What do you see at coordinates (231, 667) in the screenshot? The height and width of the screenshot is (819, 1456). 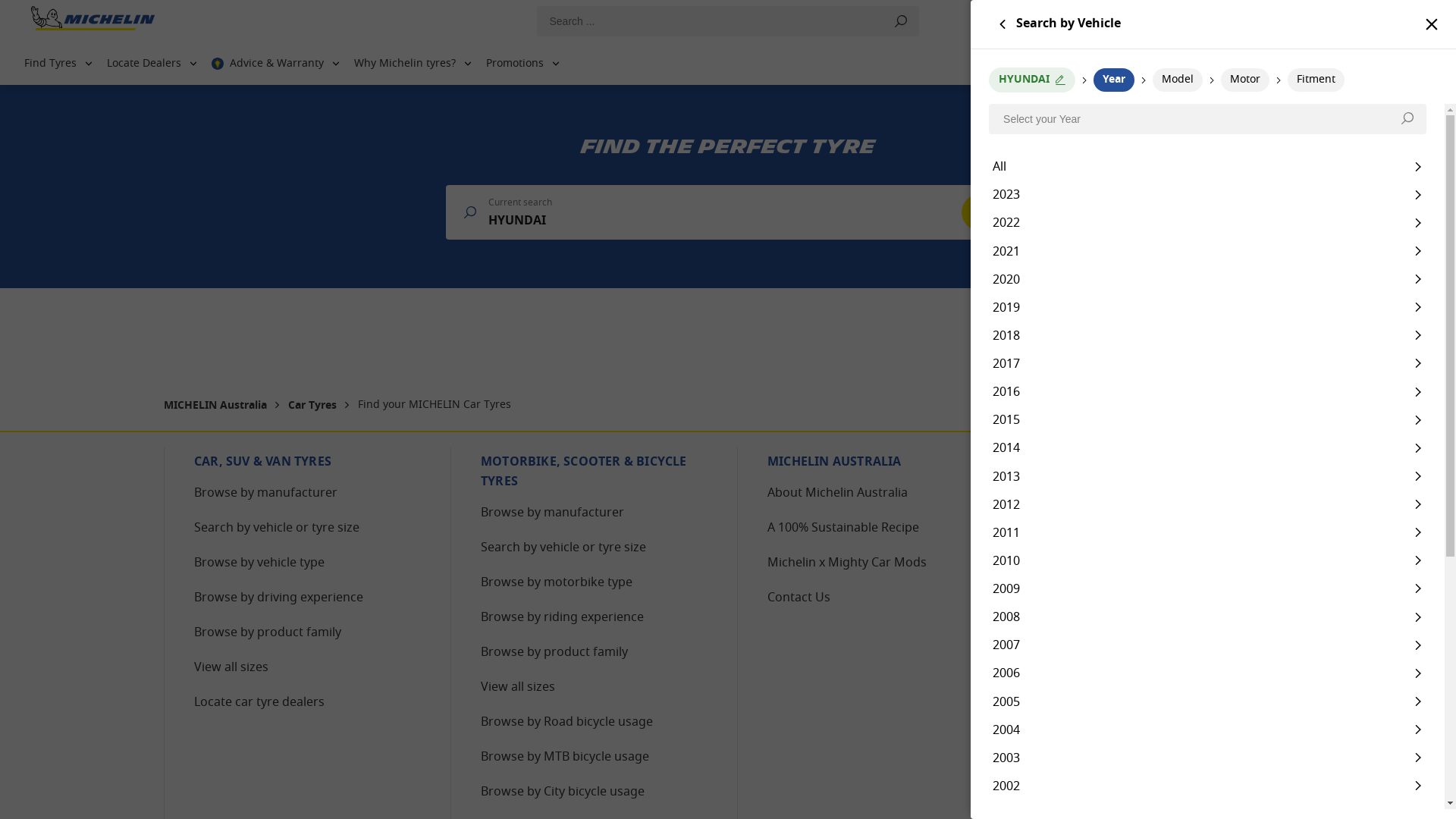 I see `'View all sizes'` at bounding box center [231, 667].